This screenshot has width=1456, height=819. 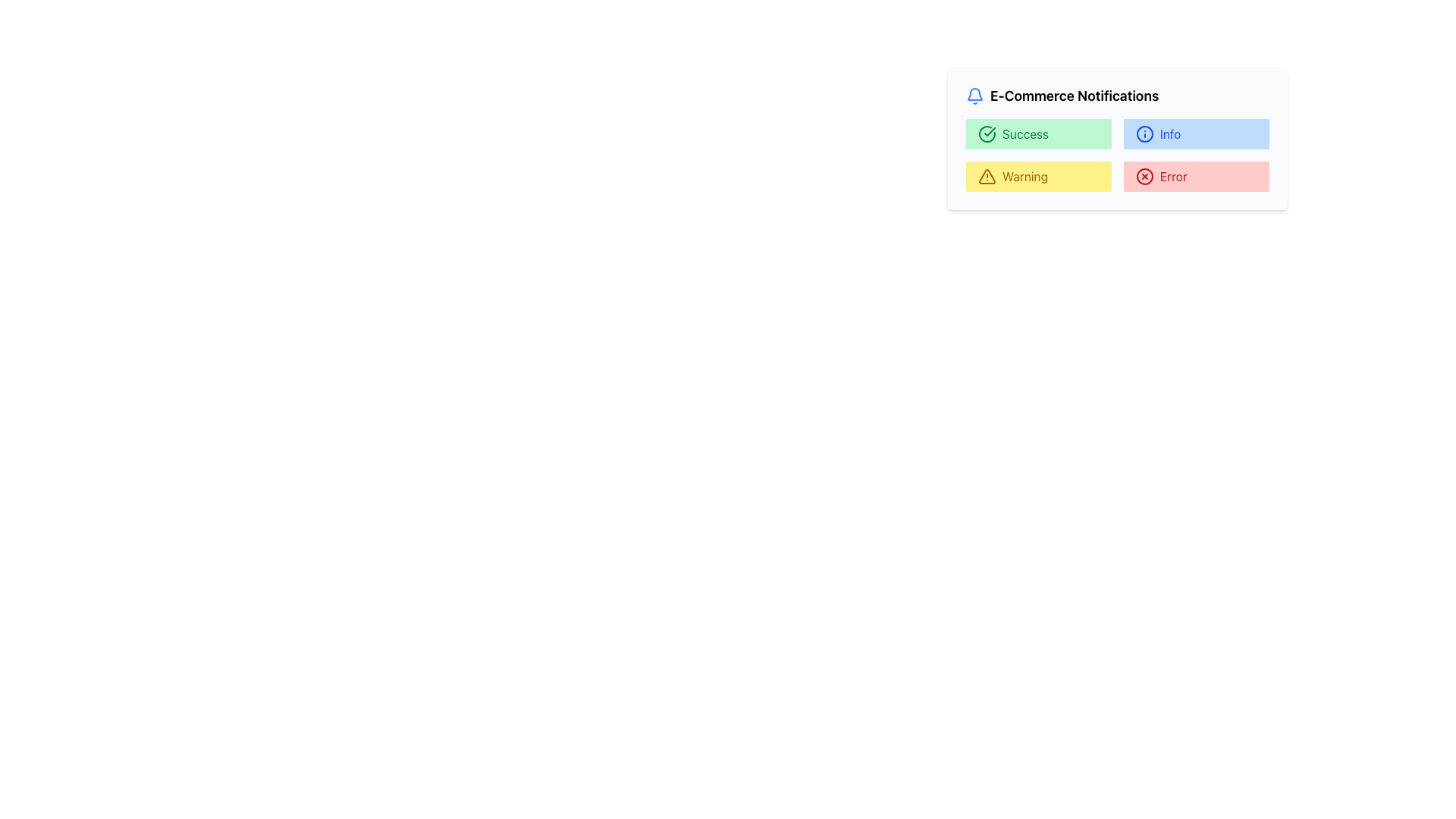 I want to click on the warning state SVG icon located on the yellow 'Warning' button, which is positioned at the bottom-left among the notification buttons, so click(x=987, y=175).